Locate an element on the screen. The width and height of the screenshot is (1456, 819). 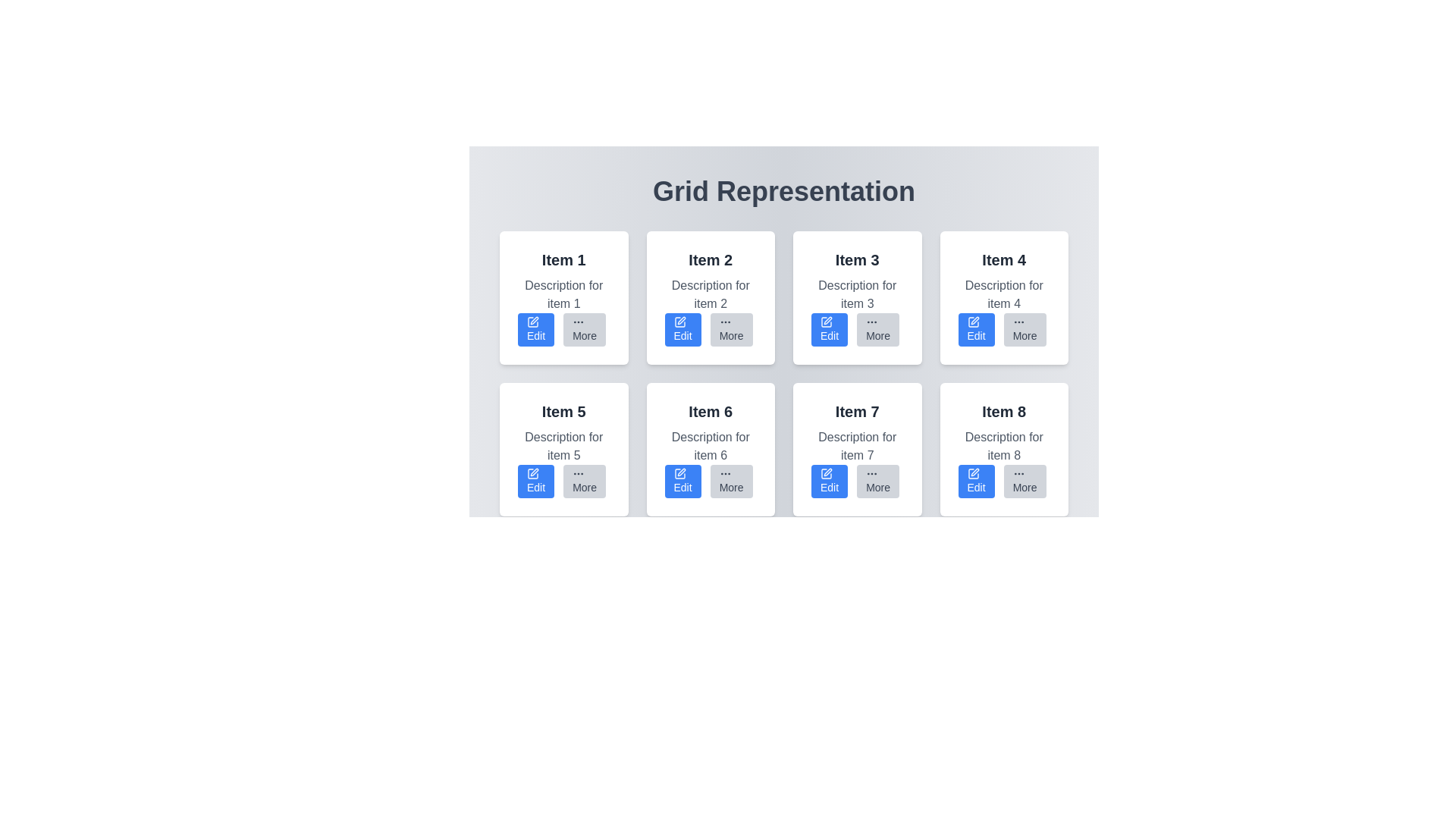
the graphical SVG element located in the top-left corner of the grid item labeled 'Item 1', positioned before the text 'Edit' is located at coordinates (532, 321).